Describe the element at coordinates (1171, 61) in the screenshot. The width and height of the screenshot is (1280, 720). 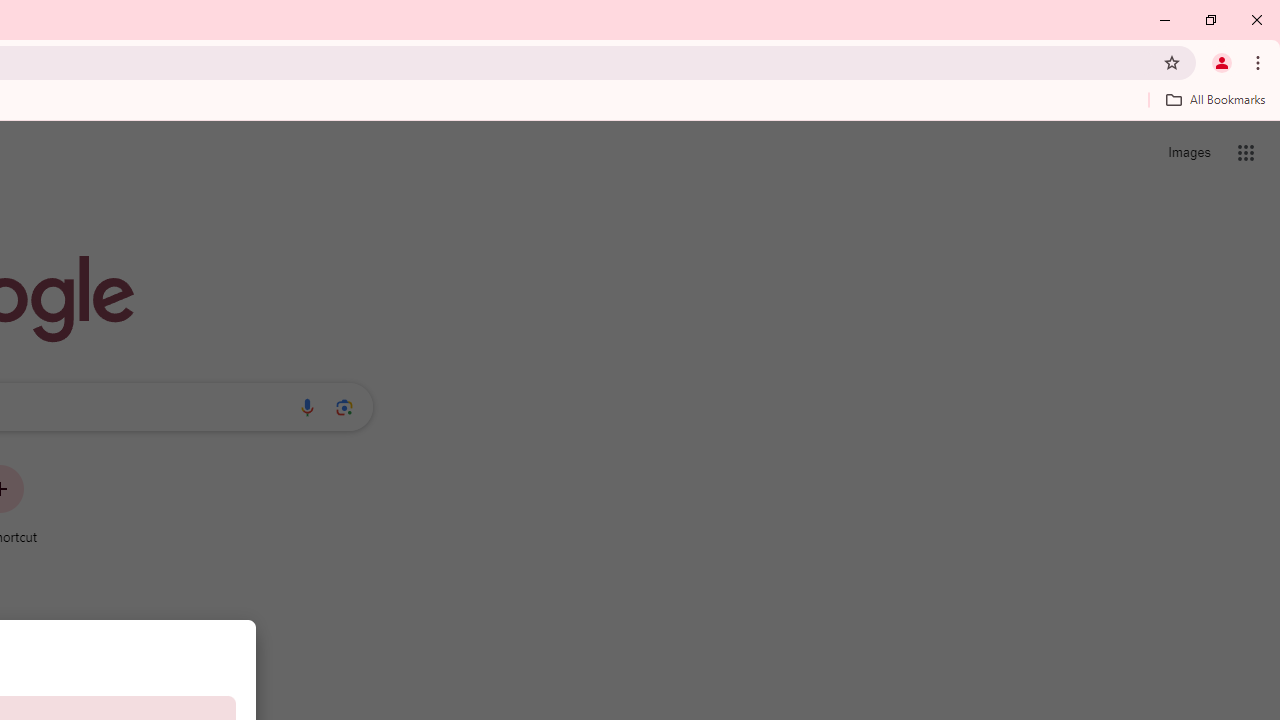
I see `'Bookmark this tab'` at that location.